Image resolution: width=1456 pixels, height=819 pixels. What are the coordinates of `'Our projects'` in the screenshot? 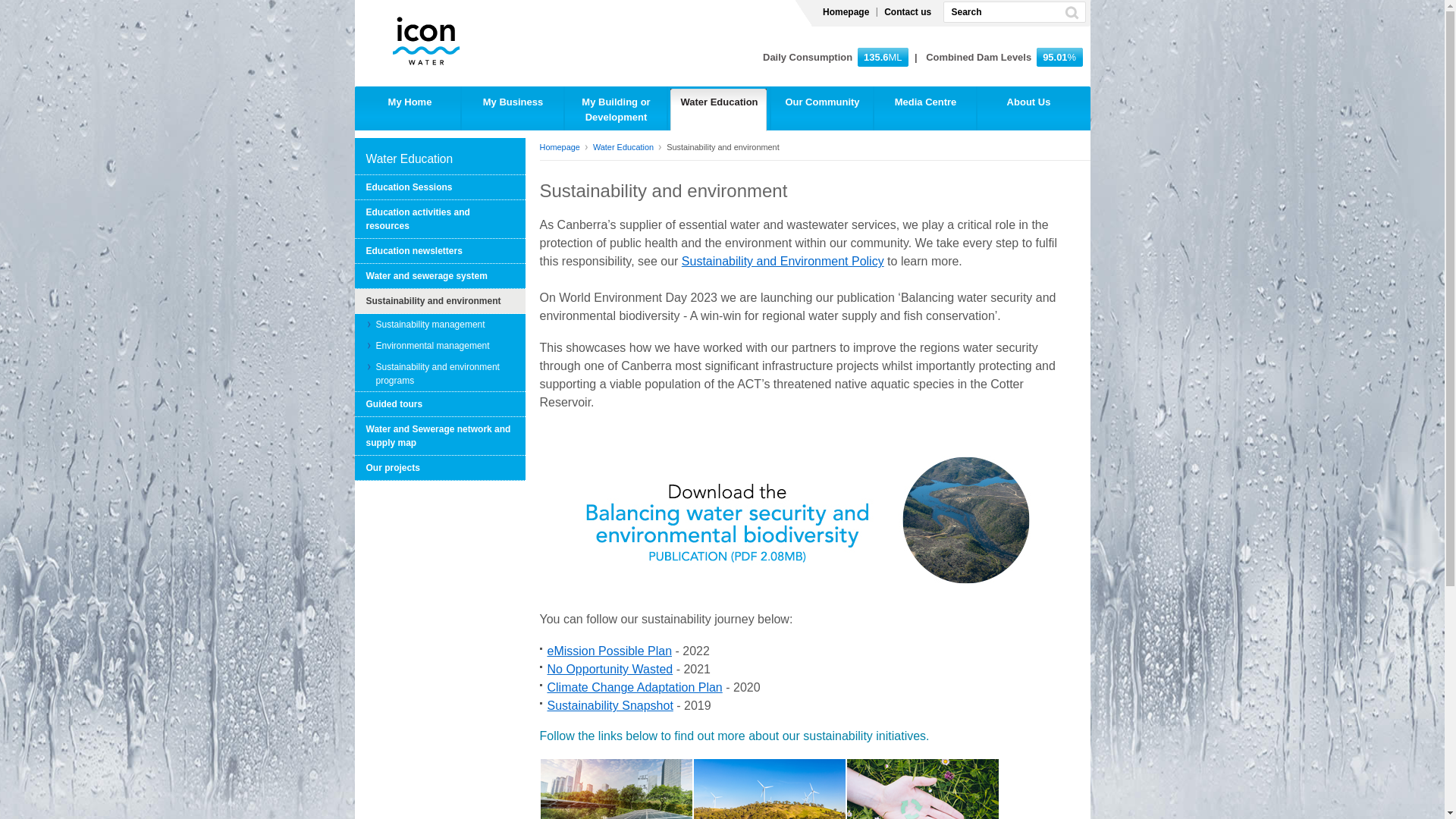 It's located at (439, 467).